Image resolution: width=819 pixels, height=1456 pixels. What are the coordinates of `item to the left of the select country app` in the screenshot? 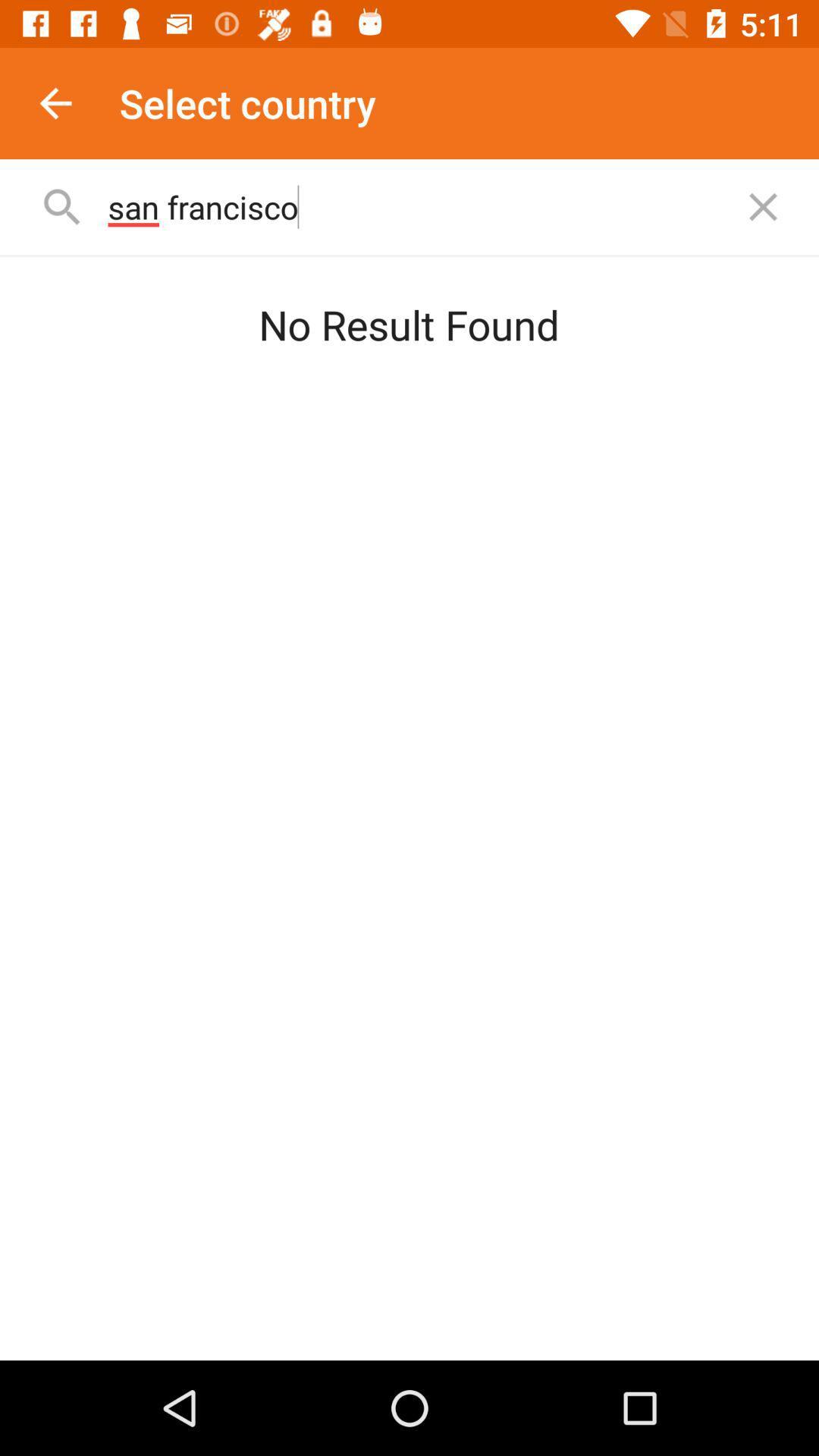 It's located at (55, 102).